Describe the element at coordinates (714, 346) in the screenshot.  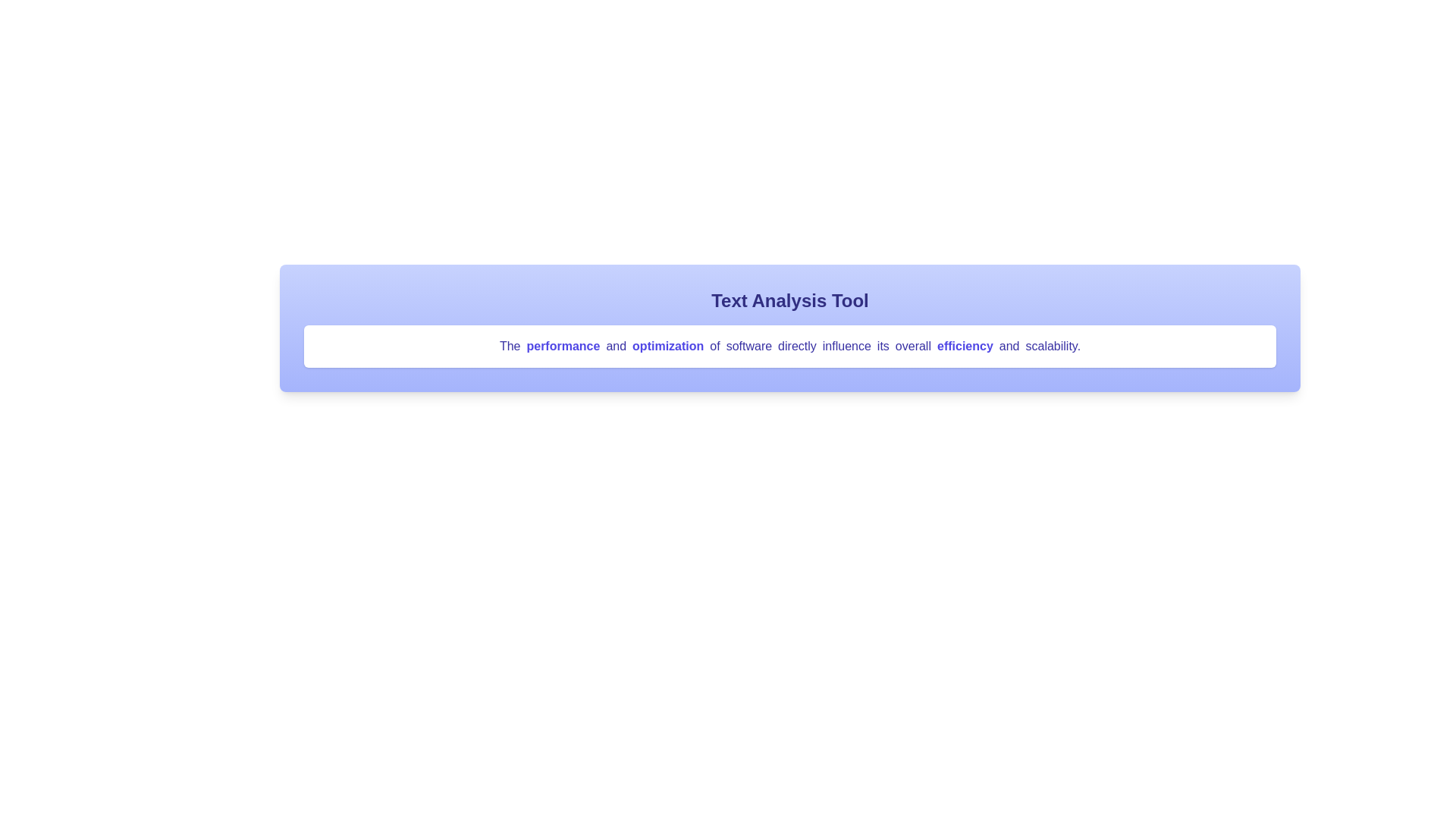
I see `the text element that serves as a linking preposition` at that location.